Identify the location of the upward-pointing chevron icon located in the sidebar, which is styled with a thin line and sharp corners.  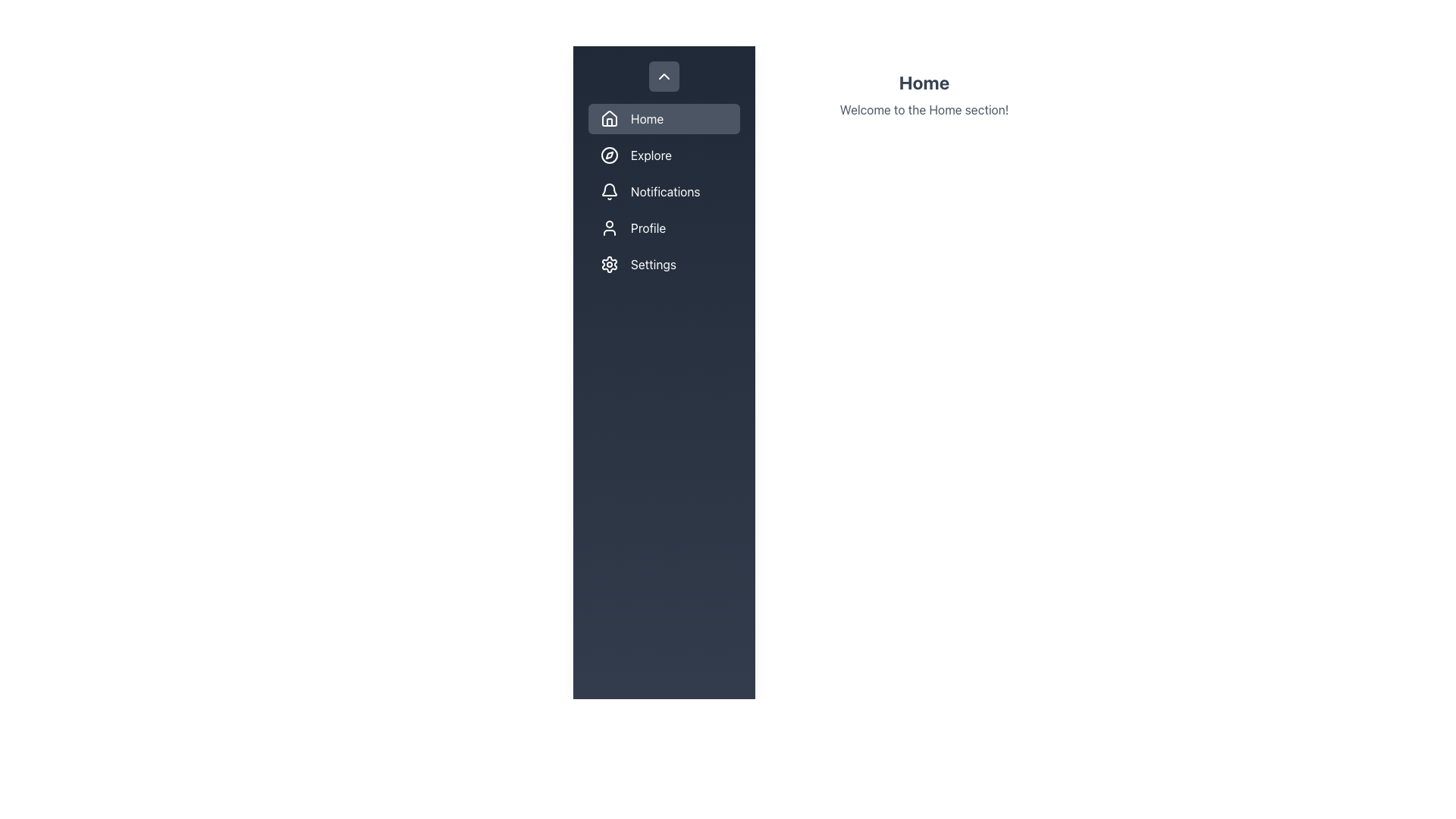
(664, 76).